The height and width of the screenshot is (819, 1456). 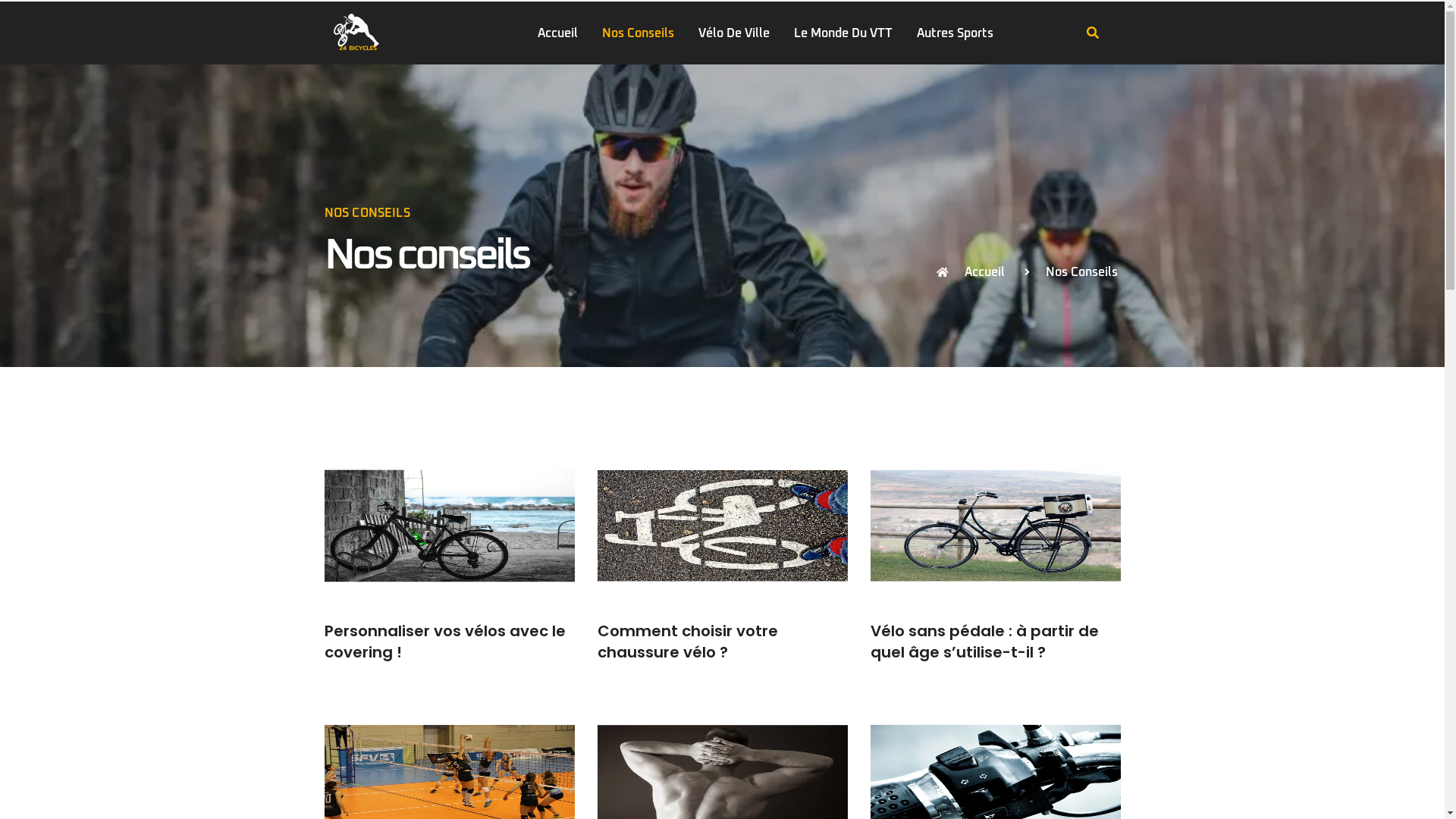 I want to click on 'Nos Conseils', so click(x=638, y=33).